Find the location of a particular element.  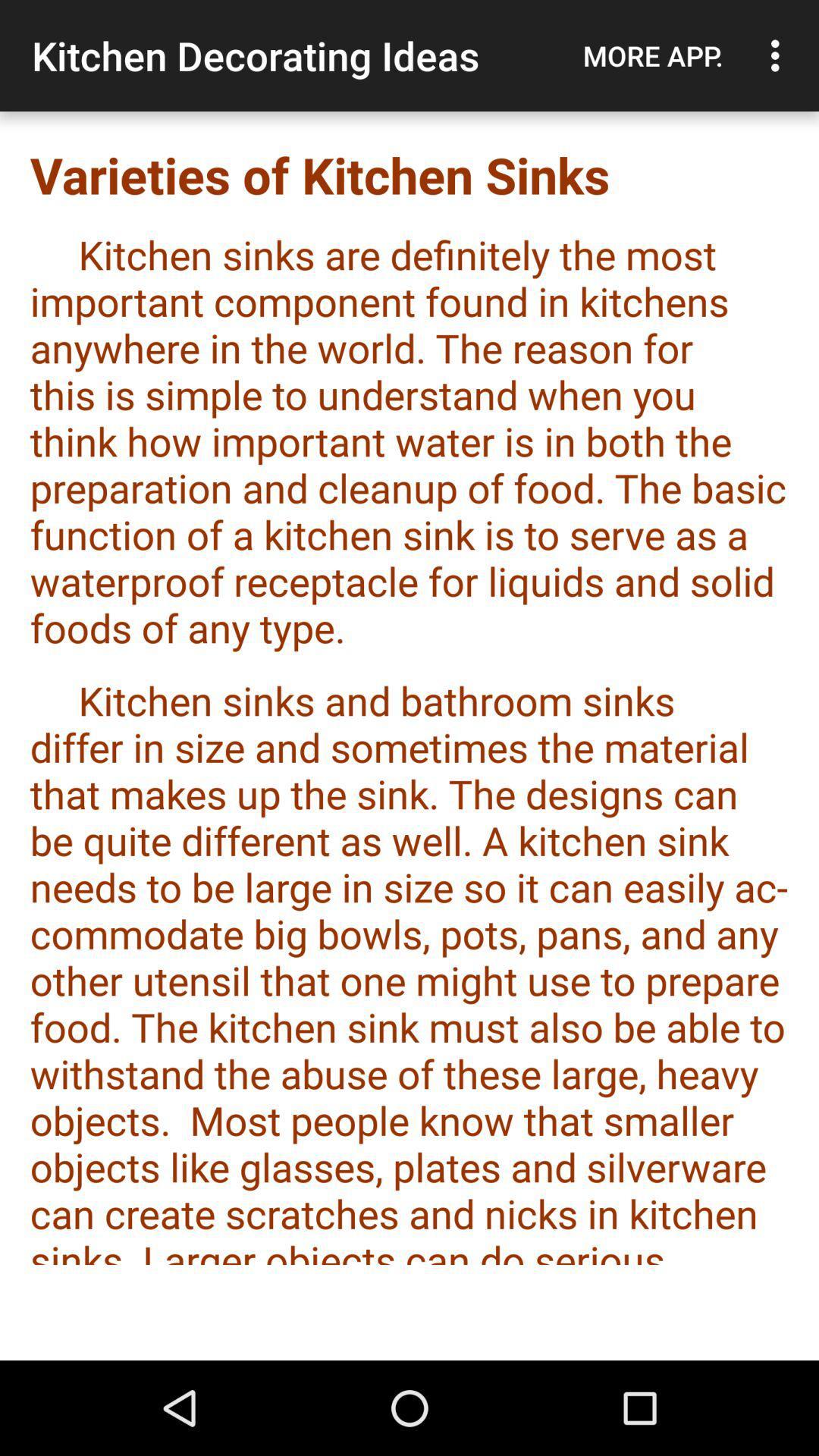

item above the varieties of kitchen app is located at coordinates (652, 55).